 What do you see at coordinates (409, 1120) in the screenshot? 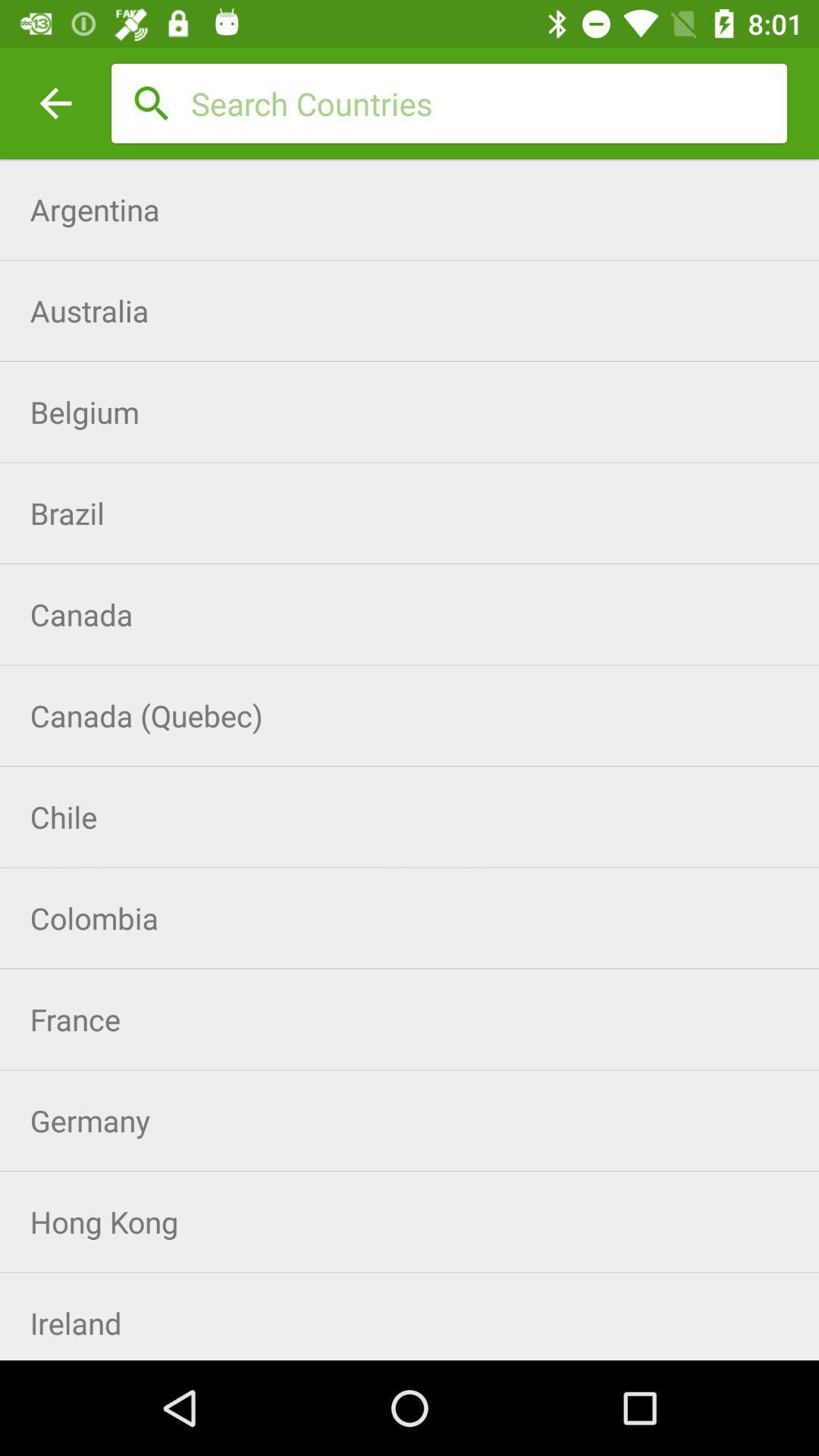
I see `the germany icon` at bounding box center [409, 1120].